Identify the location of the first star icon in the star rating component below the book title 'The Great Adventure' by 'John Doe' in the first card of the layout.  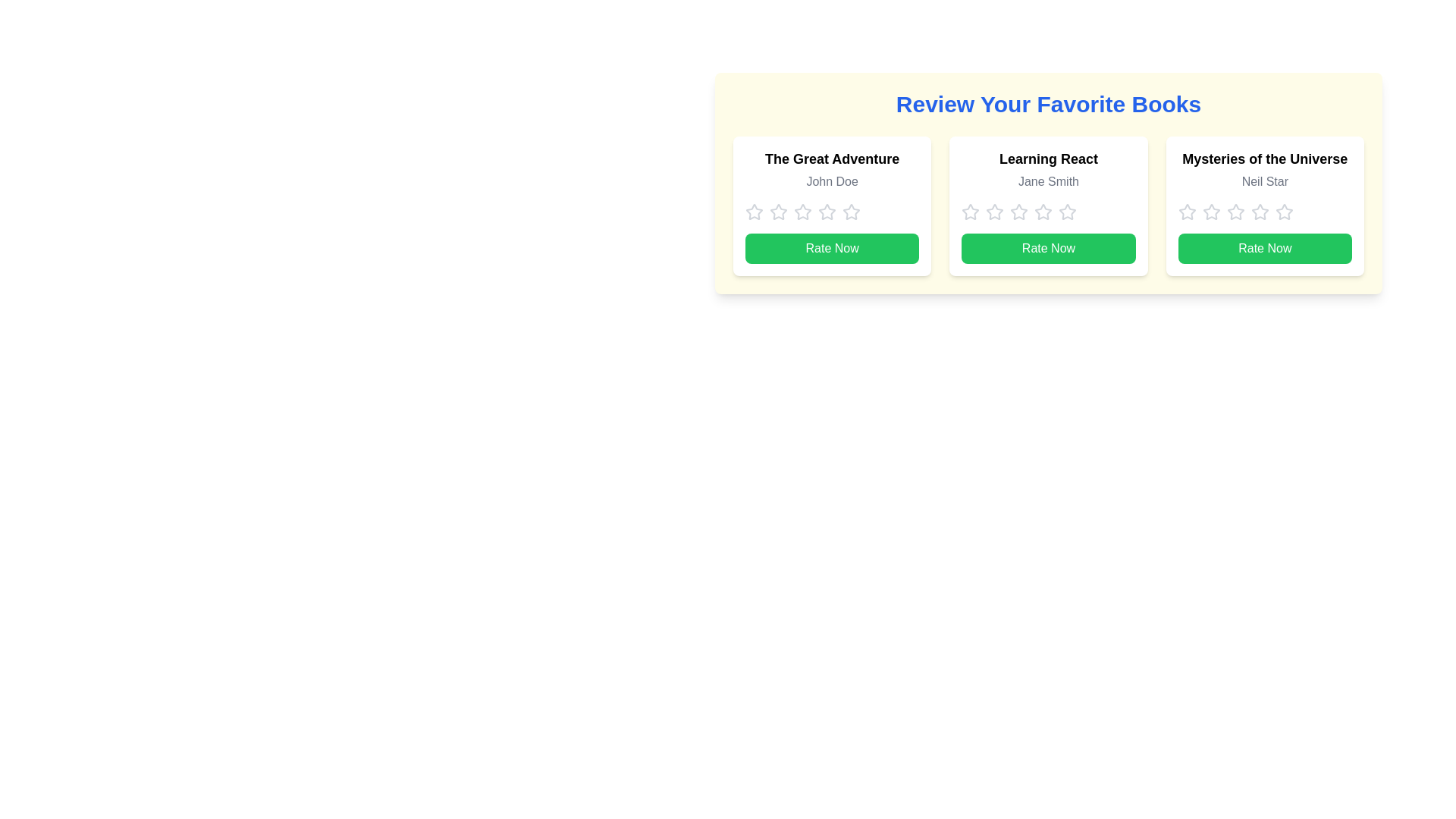
(754, 212).